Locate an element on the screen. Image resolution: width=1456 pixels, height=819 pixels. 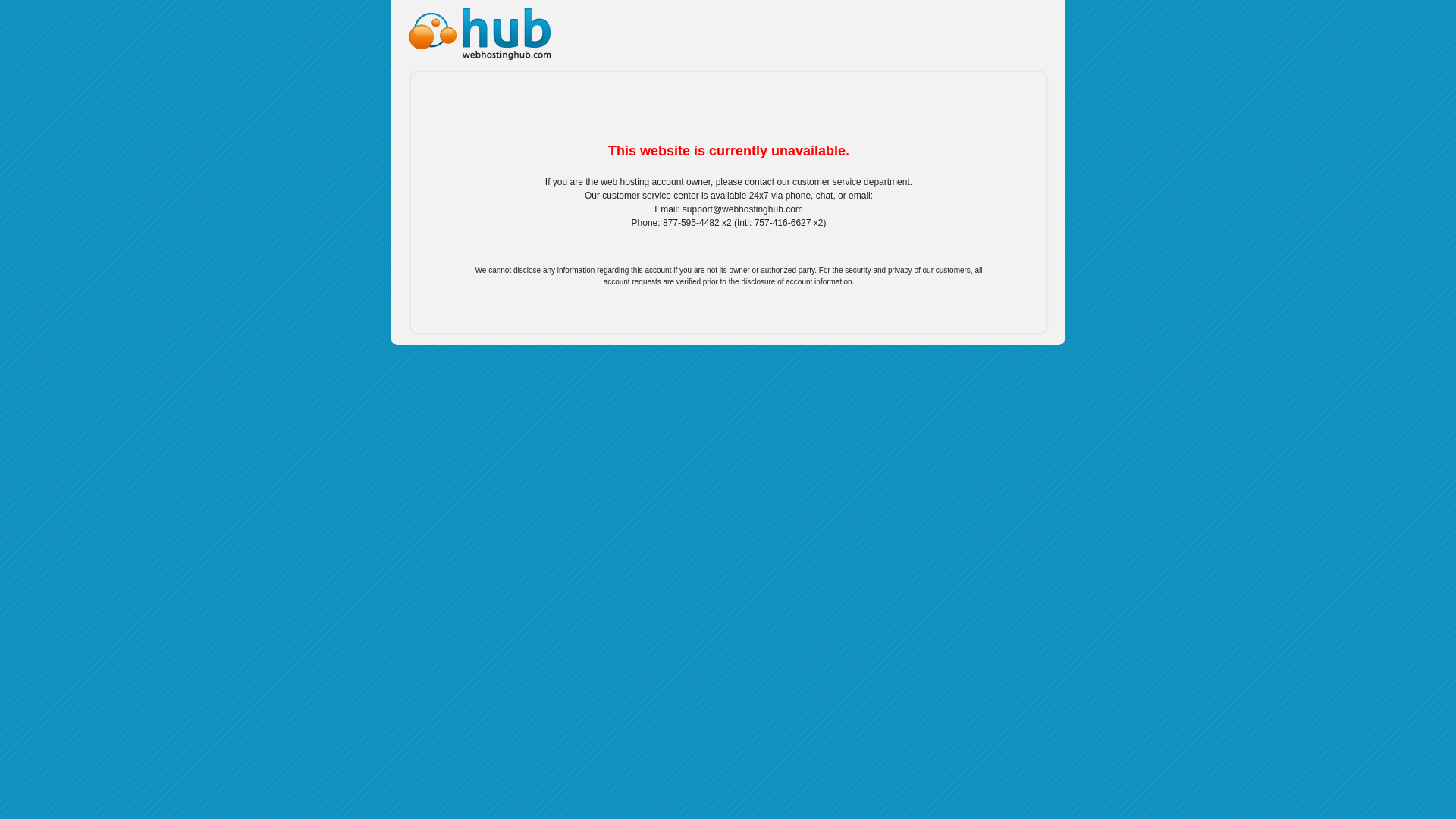
'Web Hosting Hub' is located at coordinates (475, 30).